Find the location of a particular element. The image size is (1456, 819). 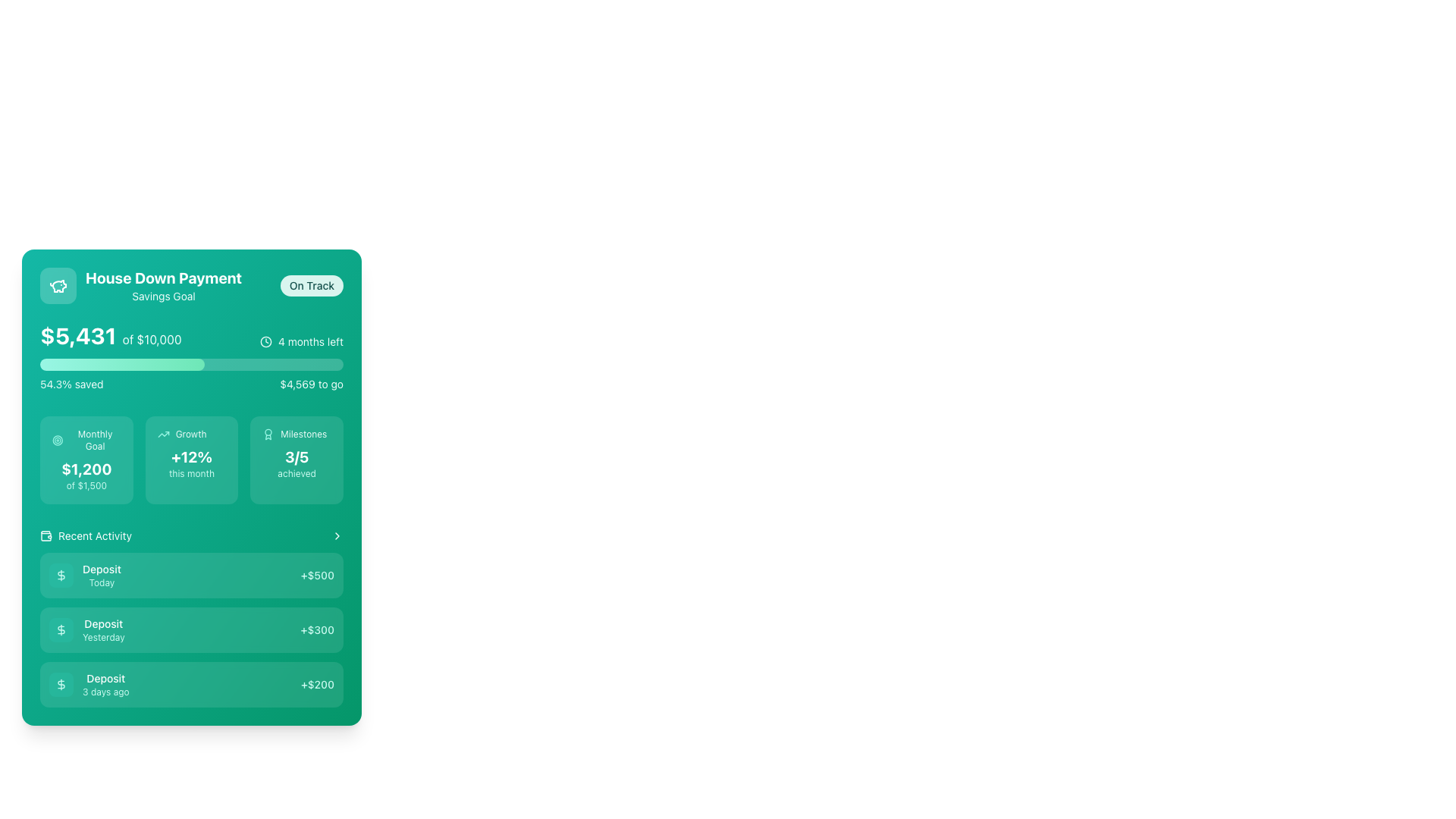

the 'Deposit' text label in the 'Recent Activity' section, which is the first item in the list and features white bold text against a green background is located at coordinates (101, 576).